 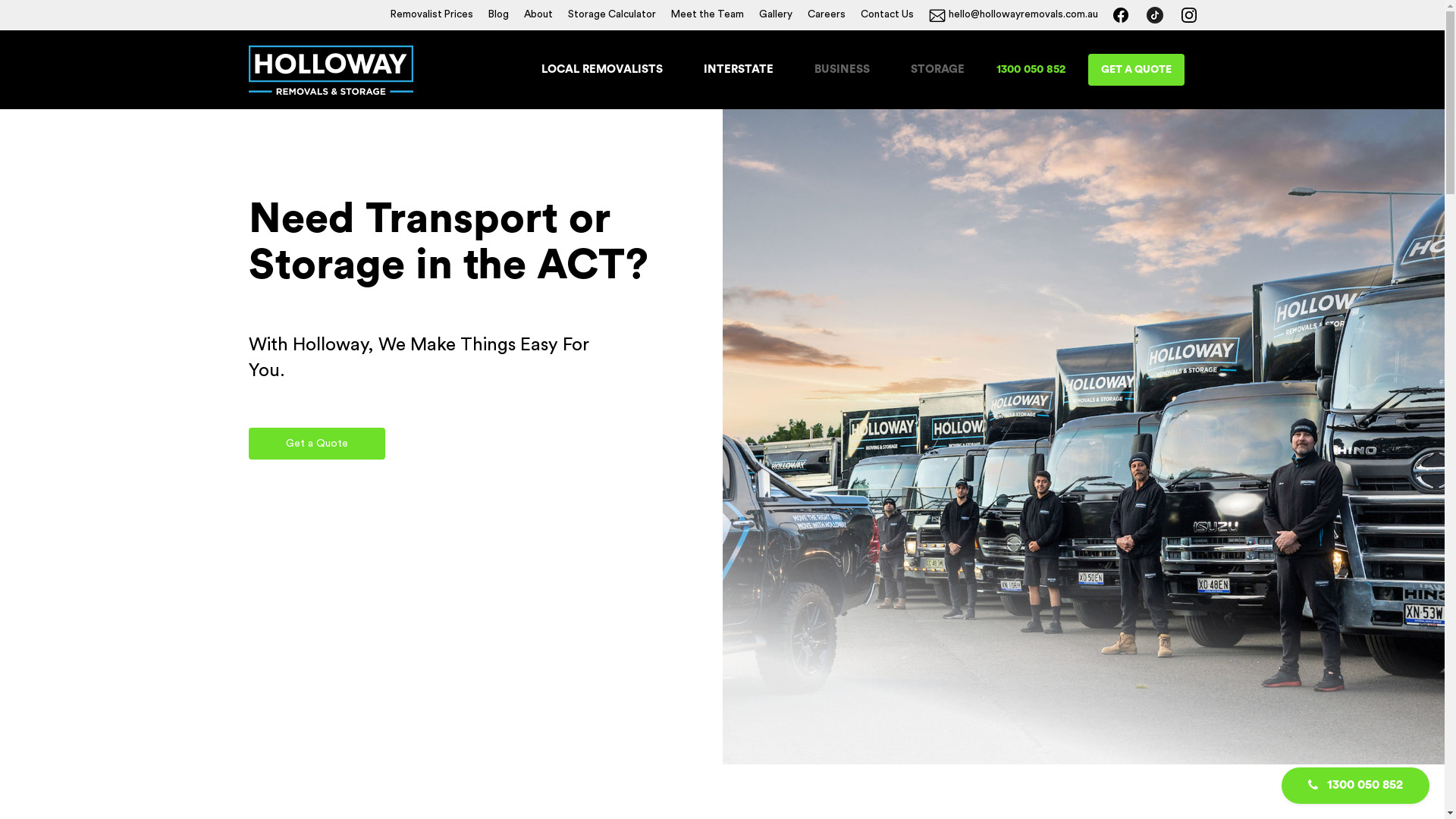 What do you see at coordinates (538, 14) in the screenshot?
I see `'About'` at bounding box center [538, 14].